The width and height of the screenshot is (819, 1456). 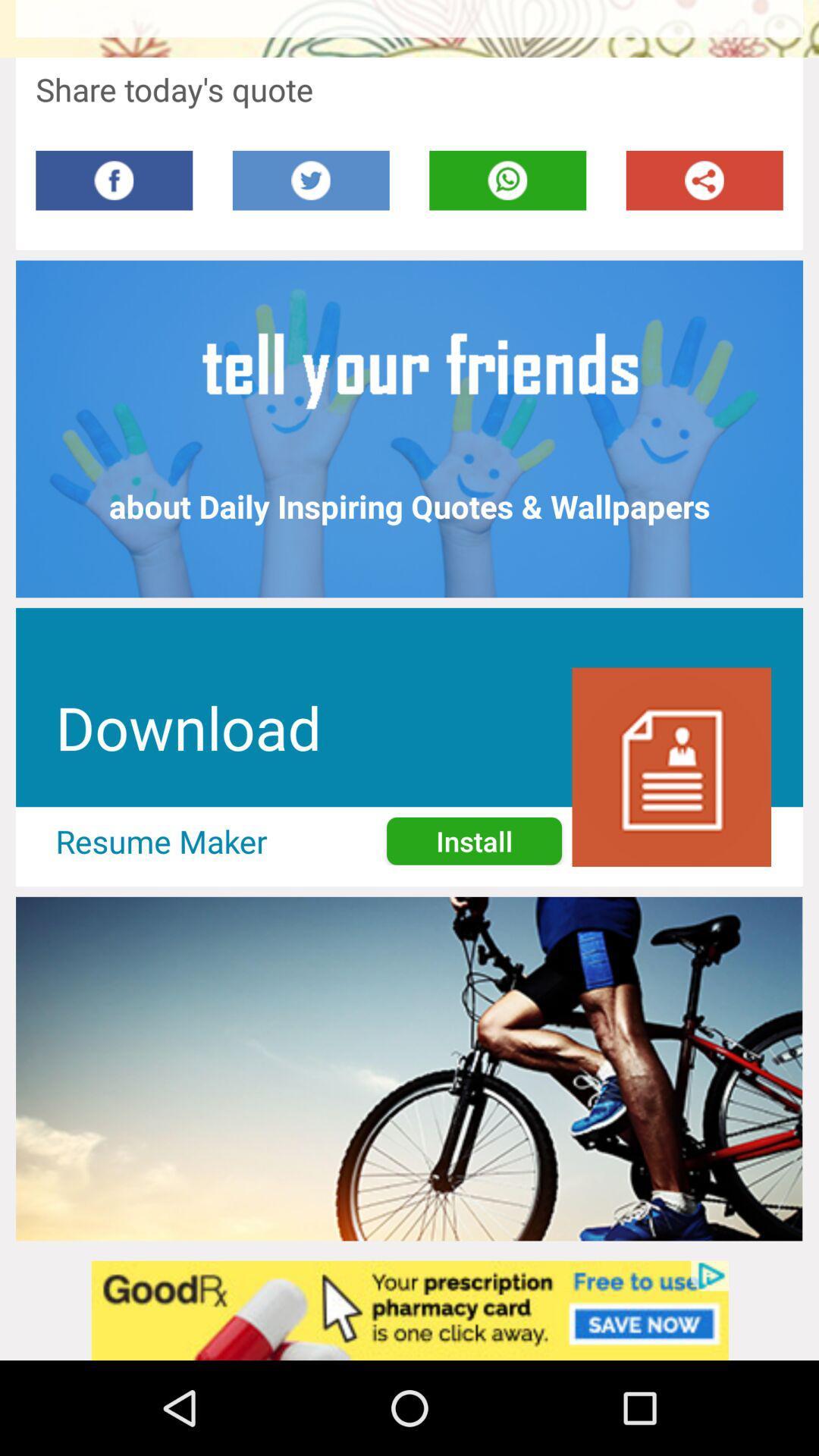 What do you see at coordinates (310, 180) in the screenshot?
I see `twitter` at bounding box center [310, 180].